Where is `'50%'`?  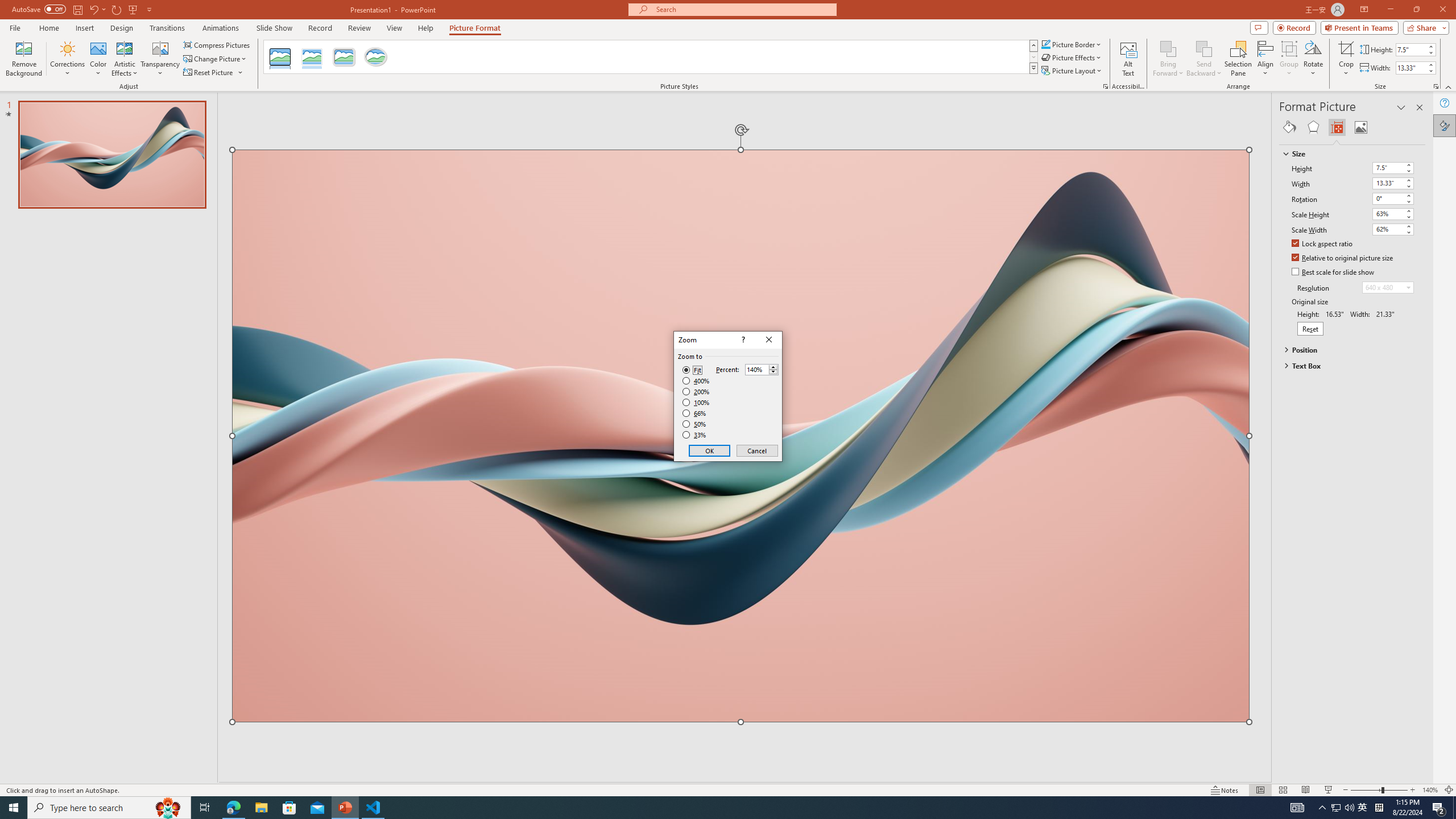
'50%' is located at coordinates (695, 423).